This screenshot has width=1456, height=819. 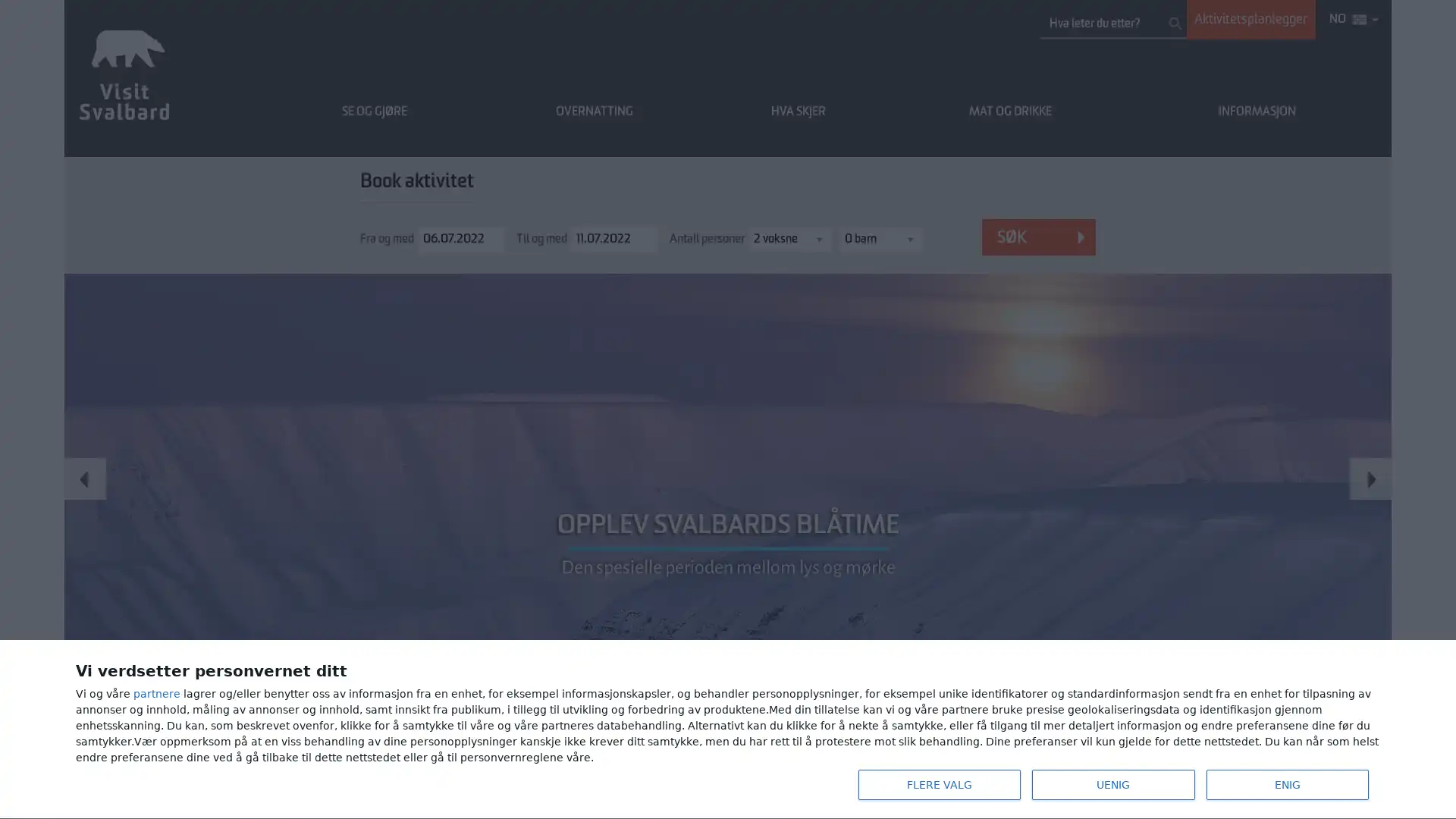 What do you see at coordinates (1113, 784) in the screenshot?
I see `UENIG` at bounding box center [1113, 784].